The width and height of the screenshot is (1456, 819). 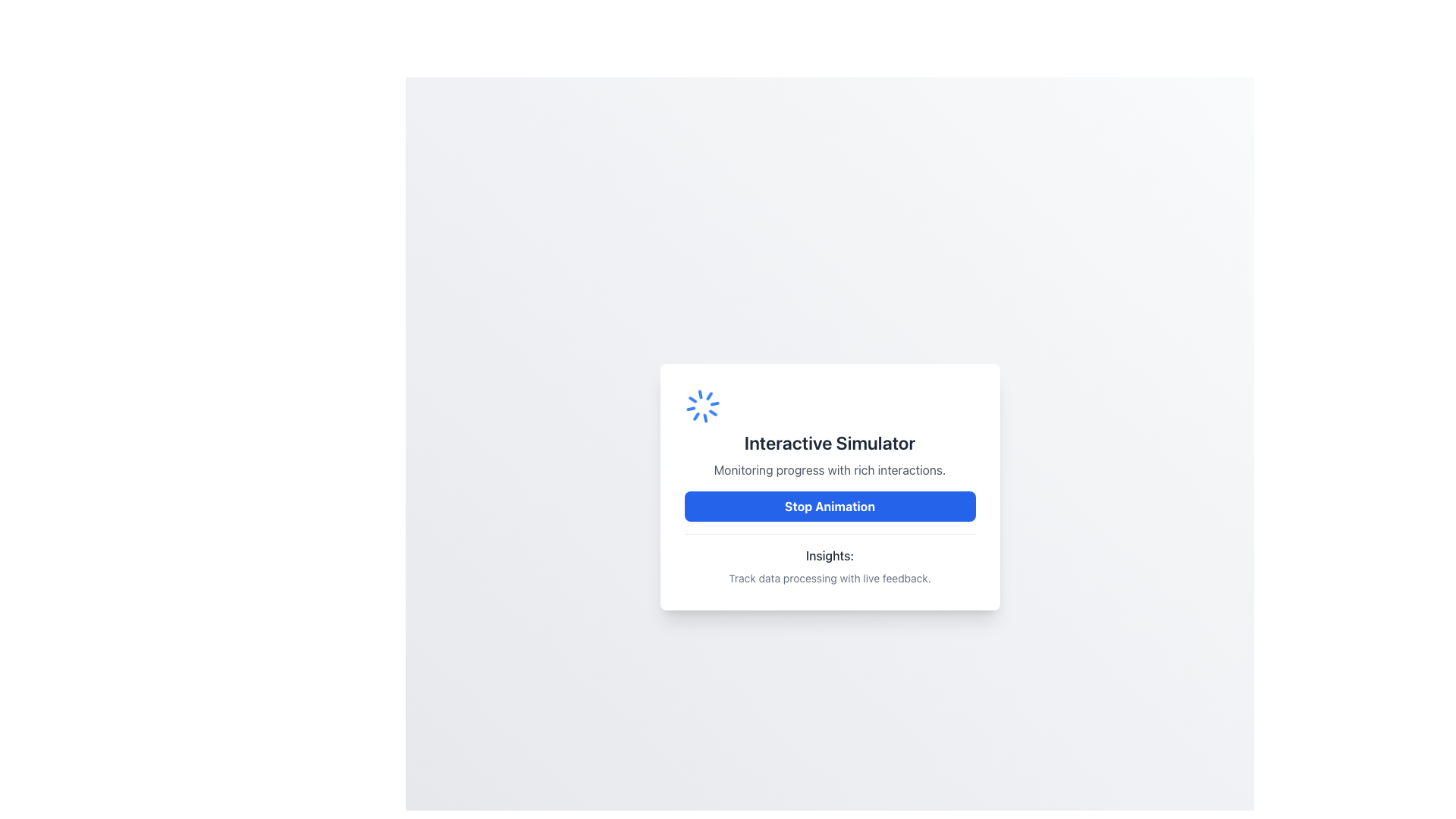 What do you see at coordinates (829, 469) in the screenshot?
I see `the static text labeled 'Monitoring progress with rich interactions.' which is centrally aligned within a white card interface, positioned below the title 'Interactive Simulator.'` at bounding box center [829, 469].